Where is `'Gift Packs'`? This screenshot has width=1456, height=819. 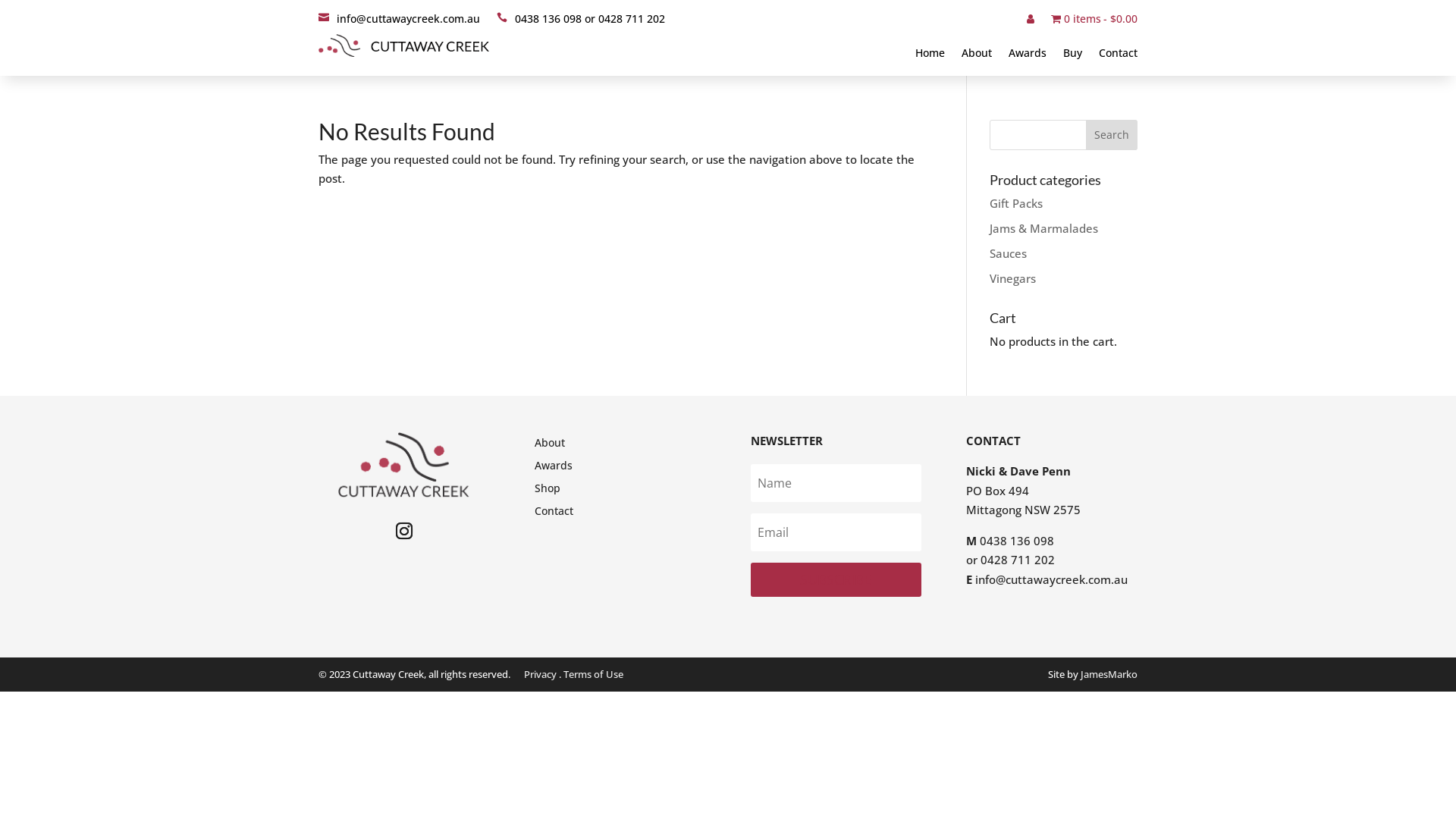 'Gift Packs' is located at coordinates (1015, 202).